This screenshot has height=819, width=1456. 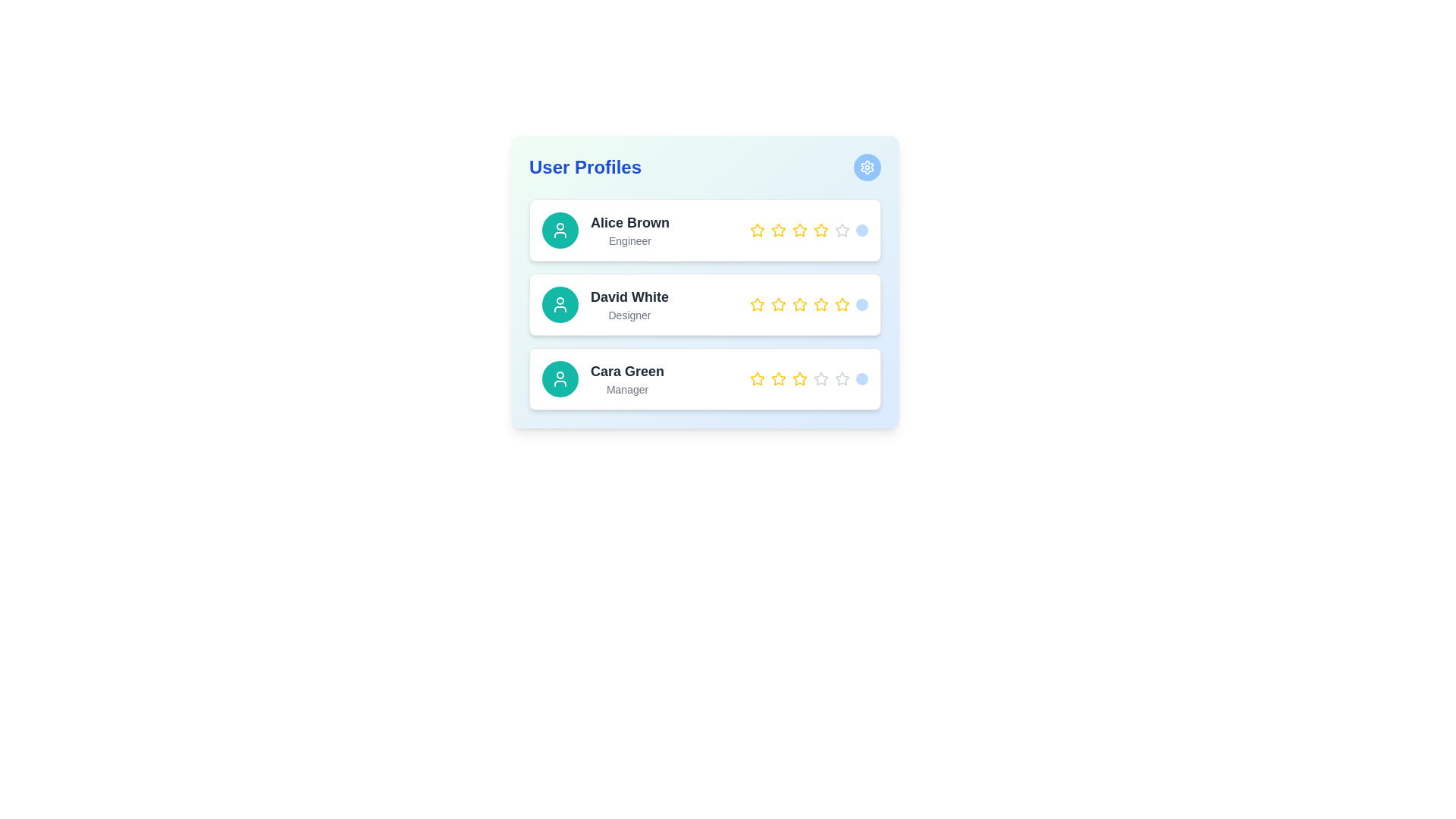 I want to click on the Text Display element showing 'Cara Green - Manager' in the third user profile card, positioned below 'David White - Designer' and above no other card, so click(x=627, y=378).